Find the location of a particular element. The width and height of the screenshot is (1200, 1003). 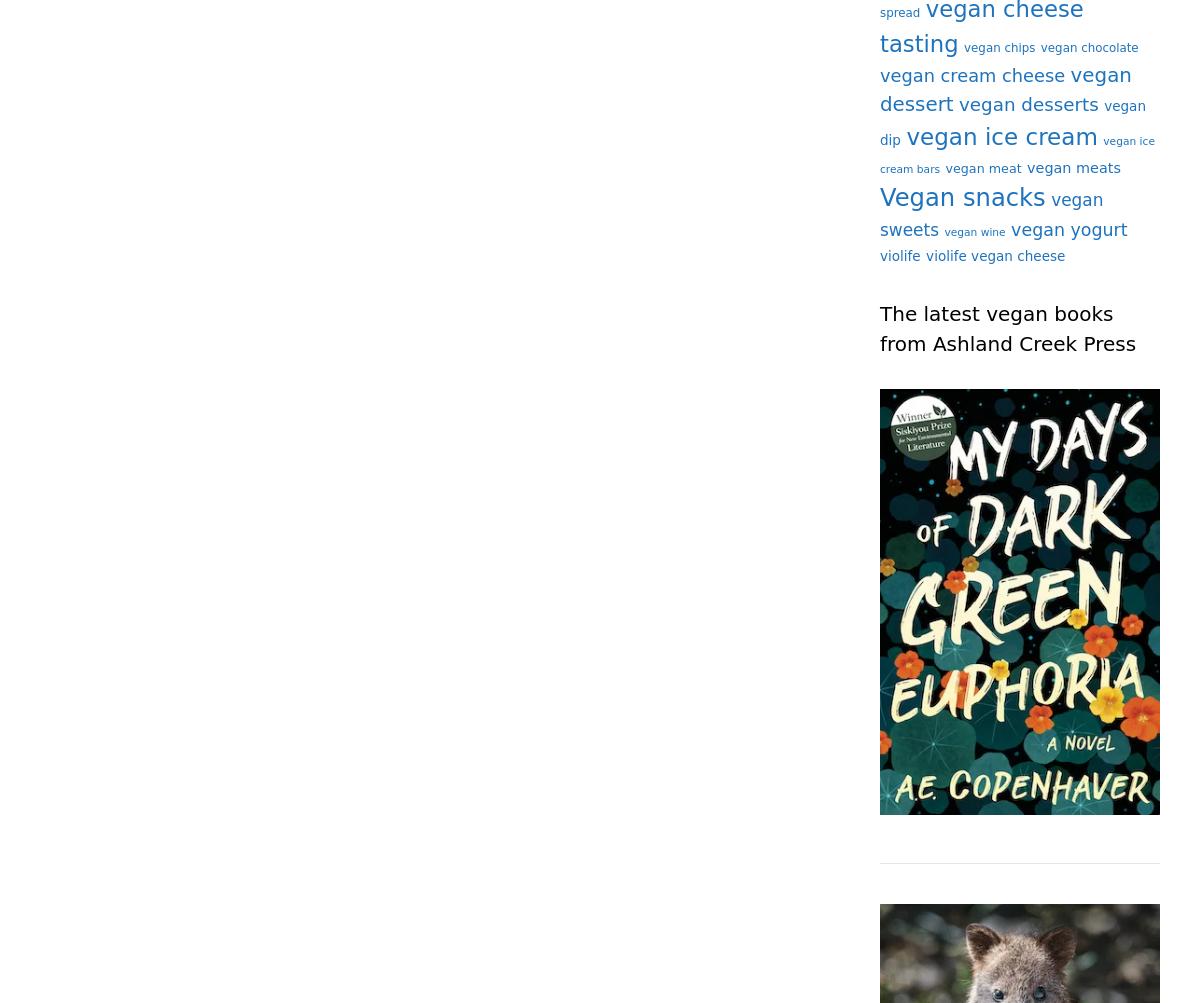

'Vegan snacks' is located at coordinates (878, 196).